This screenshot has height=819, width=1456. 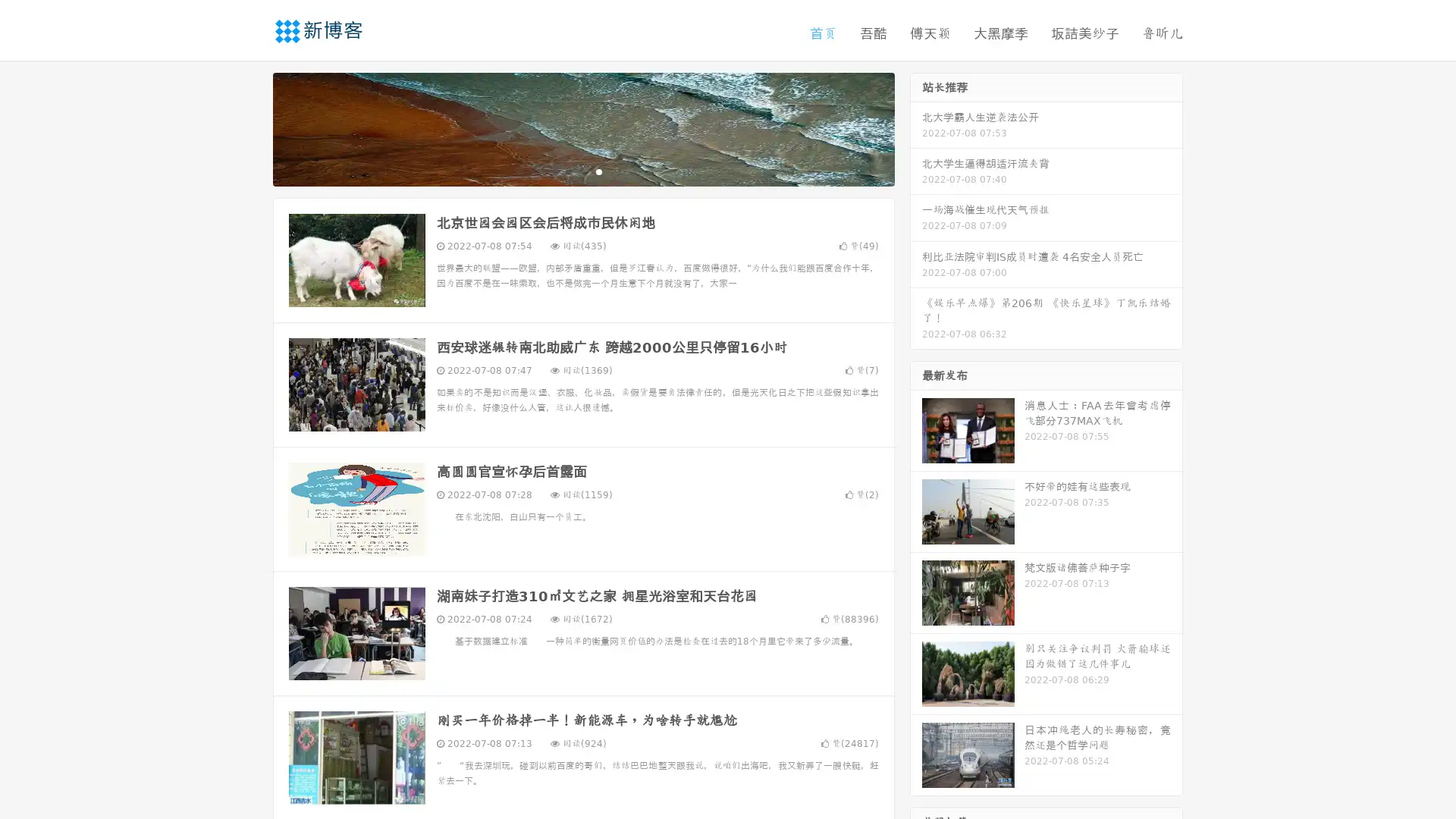 I want to click on Go to slide 2, so click(x=582, y=171).